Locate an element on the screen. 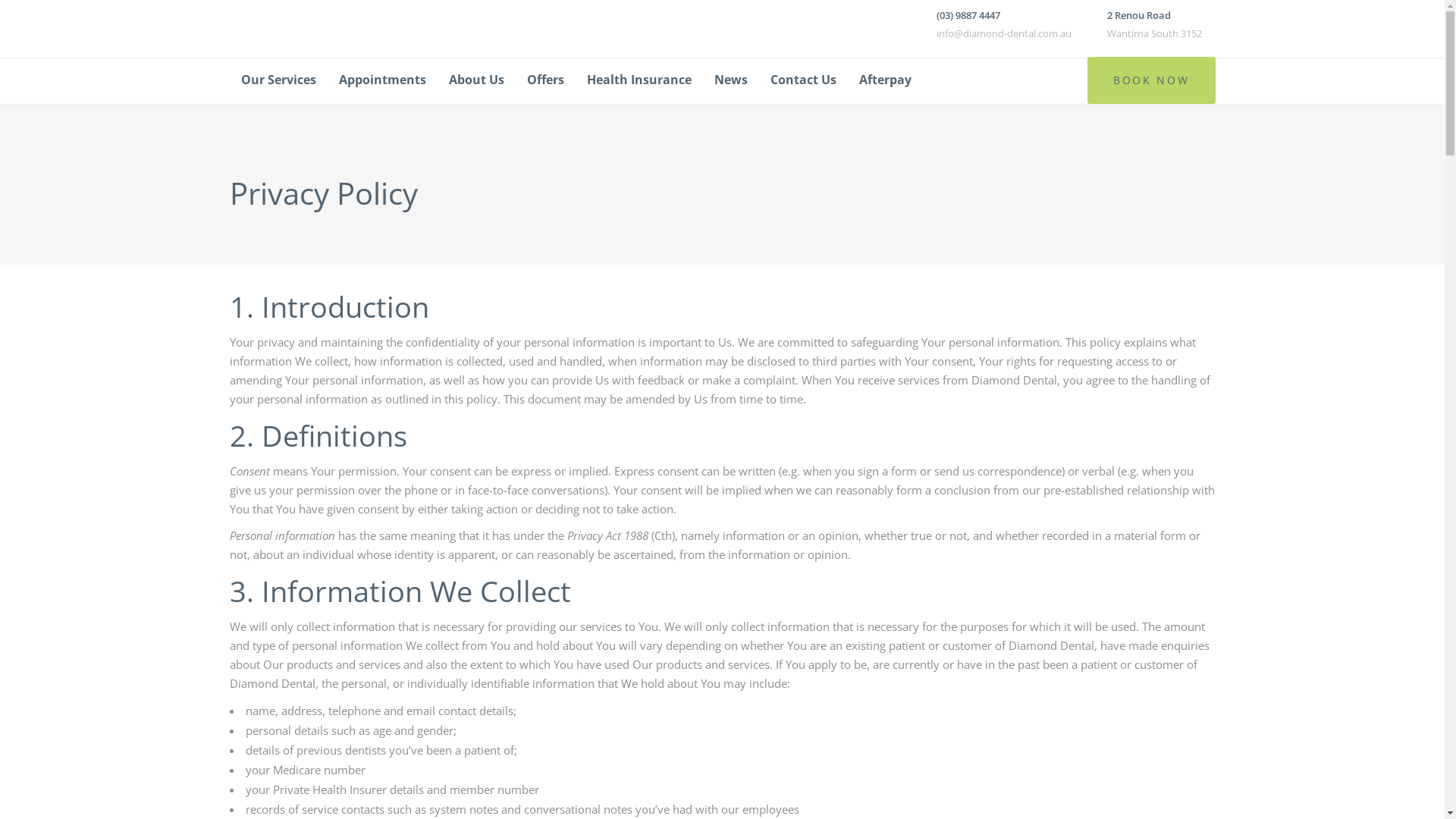 The width and height of the screenshot is (1456, 819). 'info@diamond-dental.com.au' is located at coordinates (934, 33).